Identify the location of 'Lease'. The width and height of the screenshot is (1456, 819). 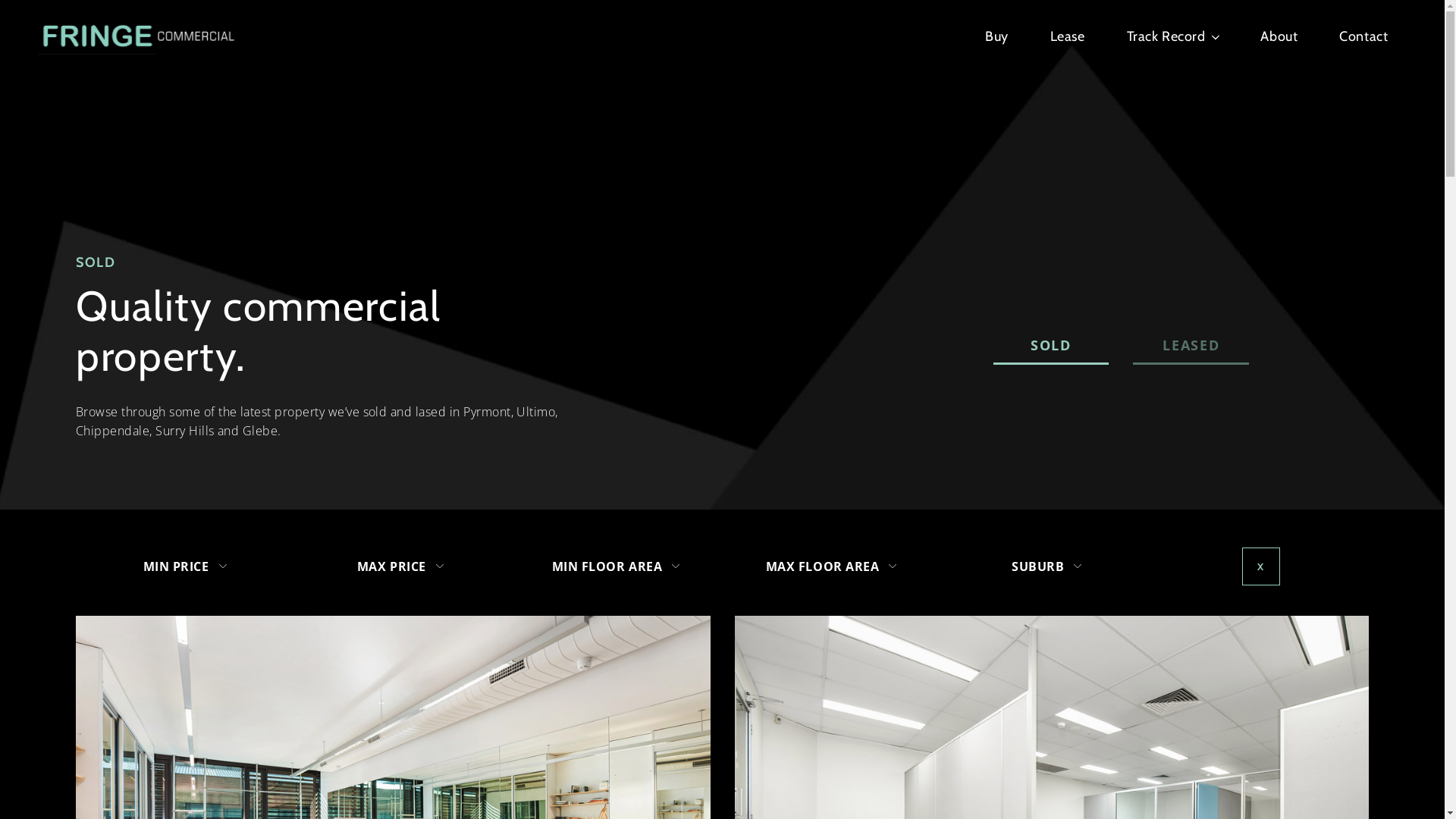
(1066, 36).